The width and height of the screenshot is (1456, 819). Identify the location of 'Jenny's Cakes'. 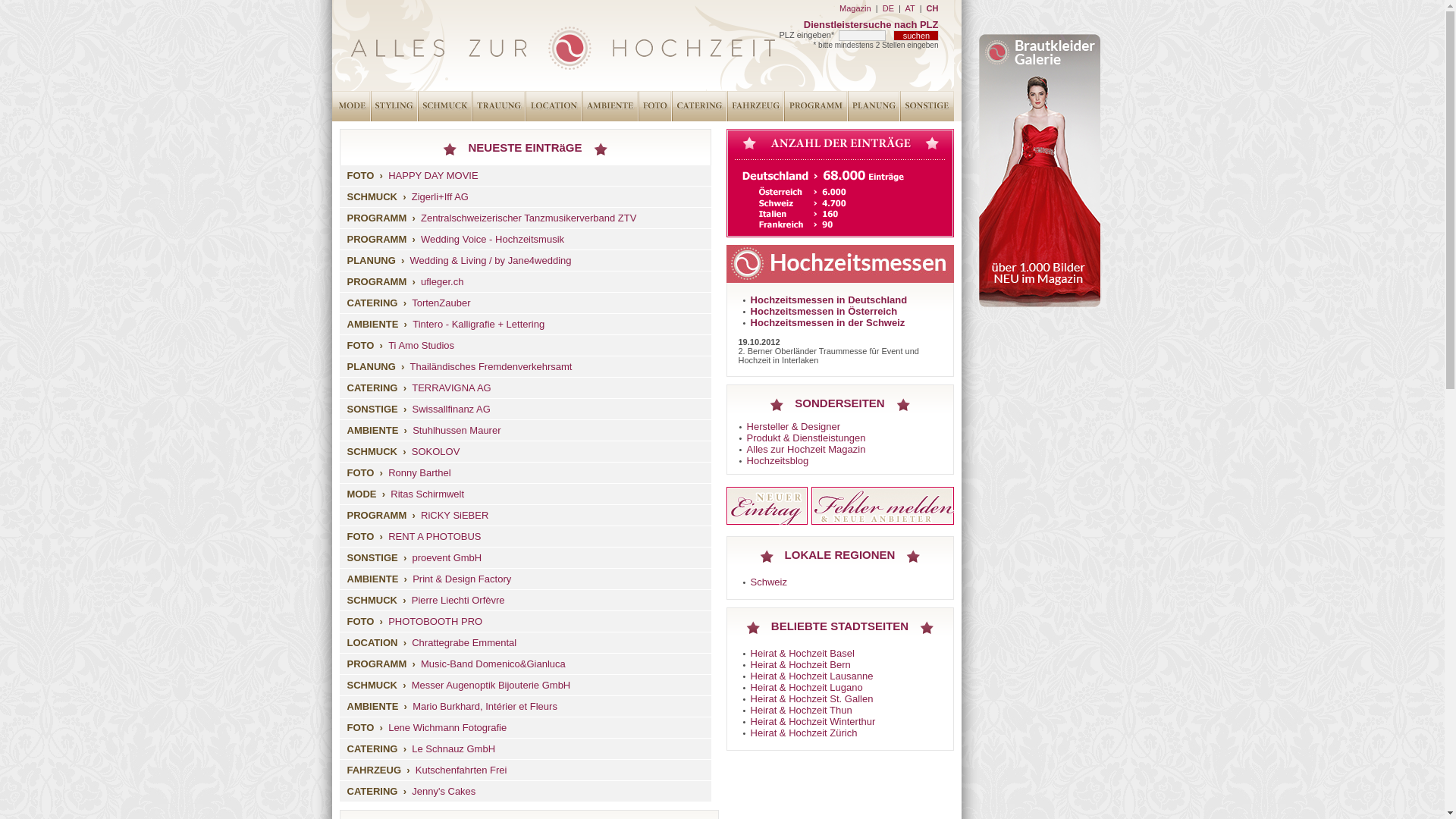
(443, 790).